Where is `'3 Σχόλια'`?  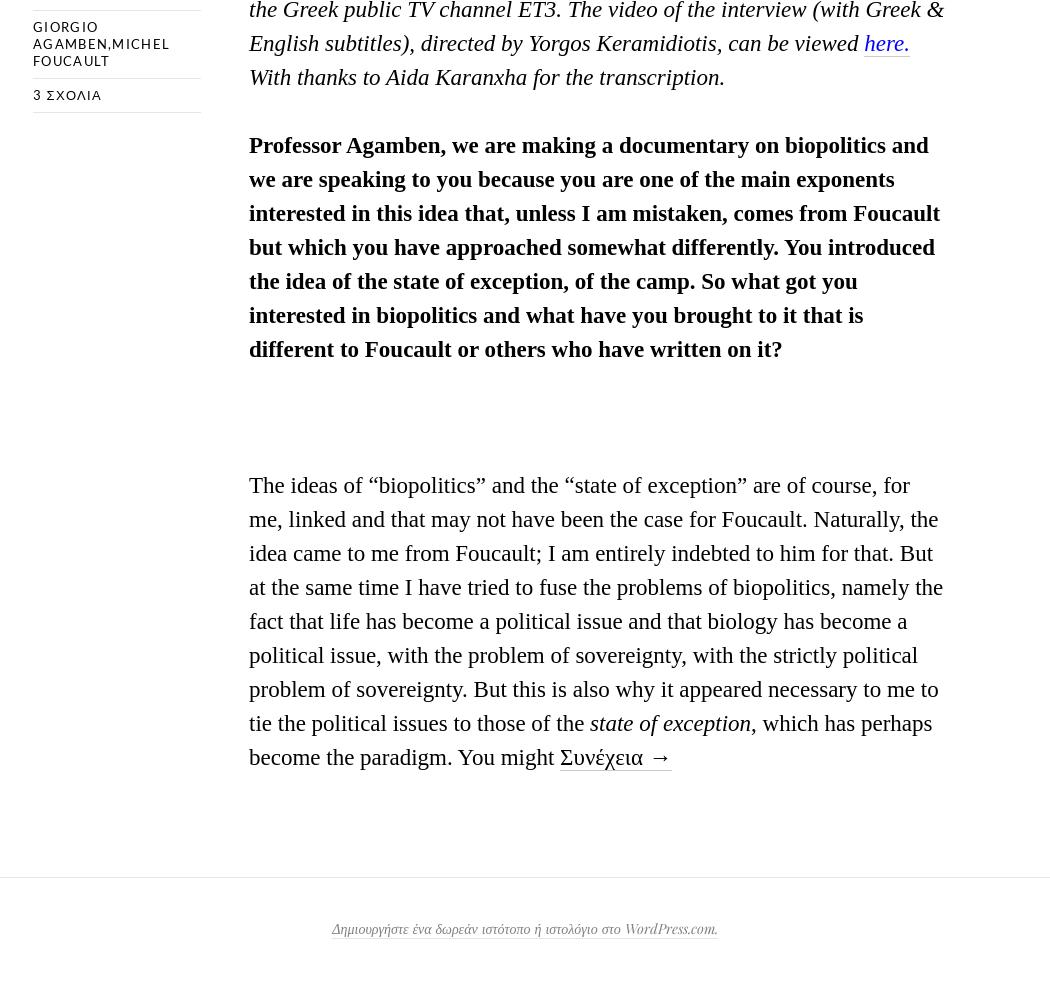 '3 Σχόλια' is located at coordinates (65, 93).